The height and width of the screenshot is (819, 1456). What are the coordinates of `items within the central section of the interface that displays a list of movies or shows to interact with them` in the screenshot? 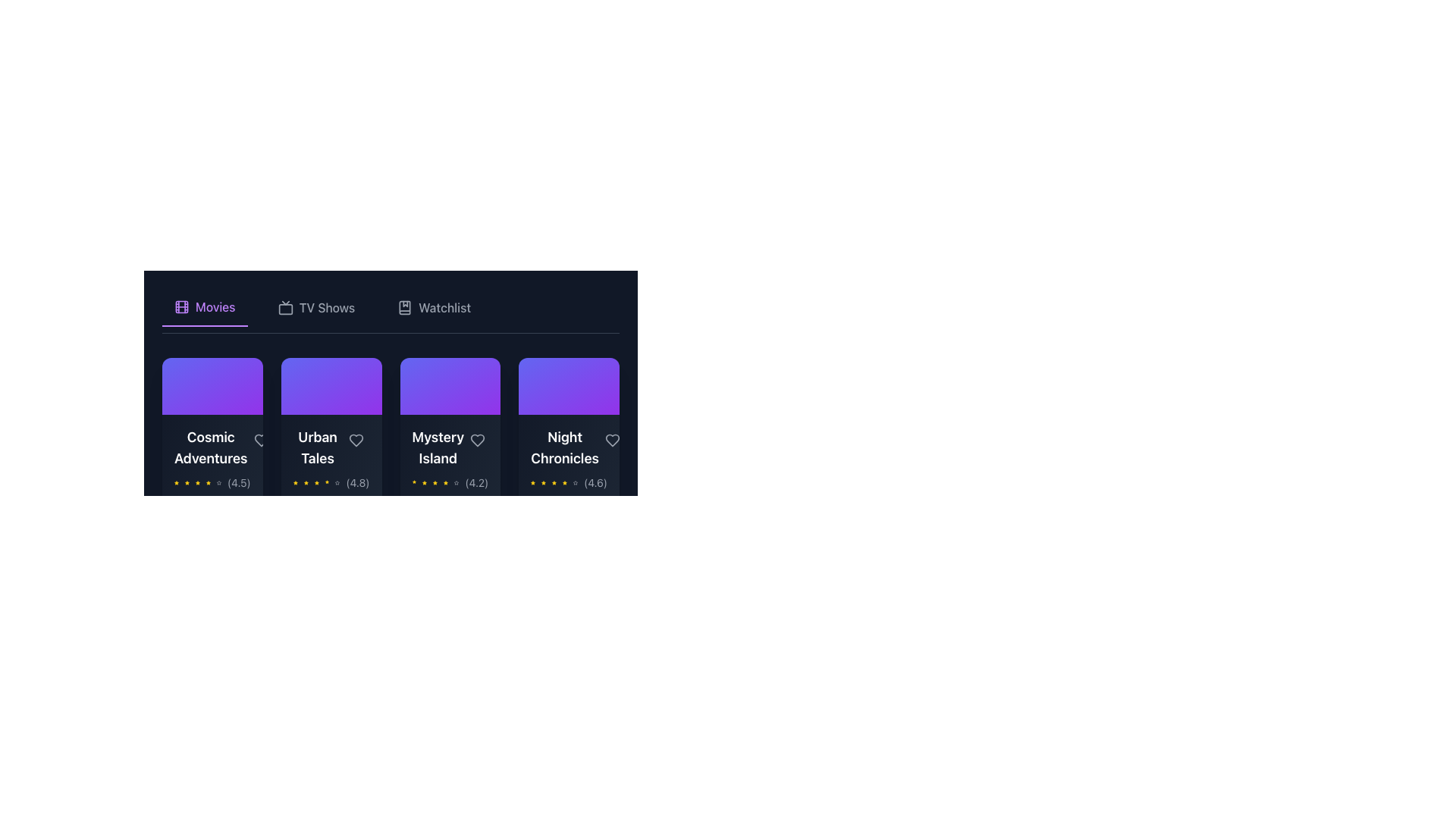 It's located at (391, 374).